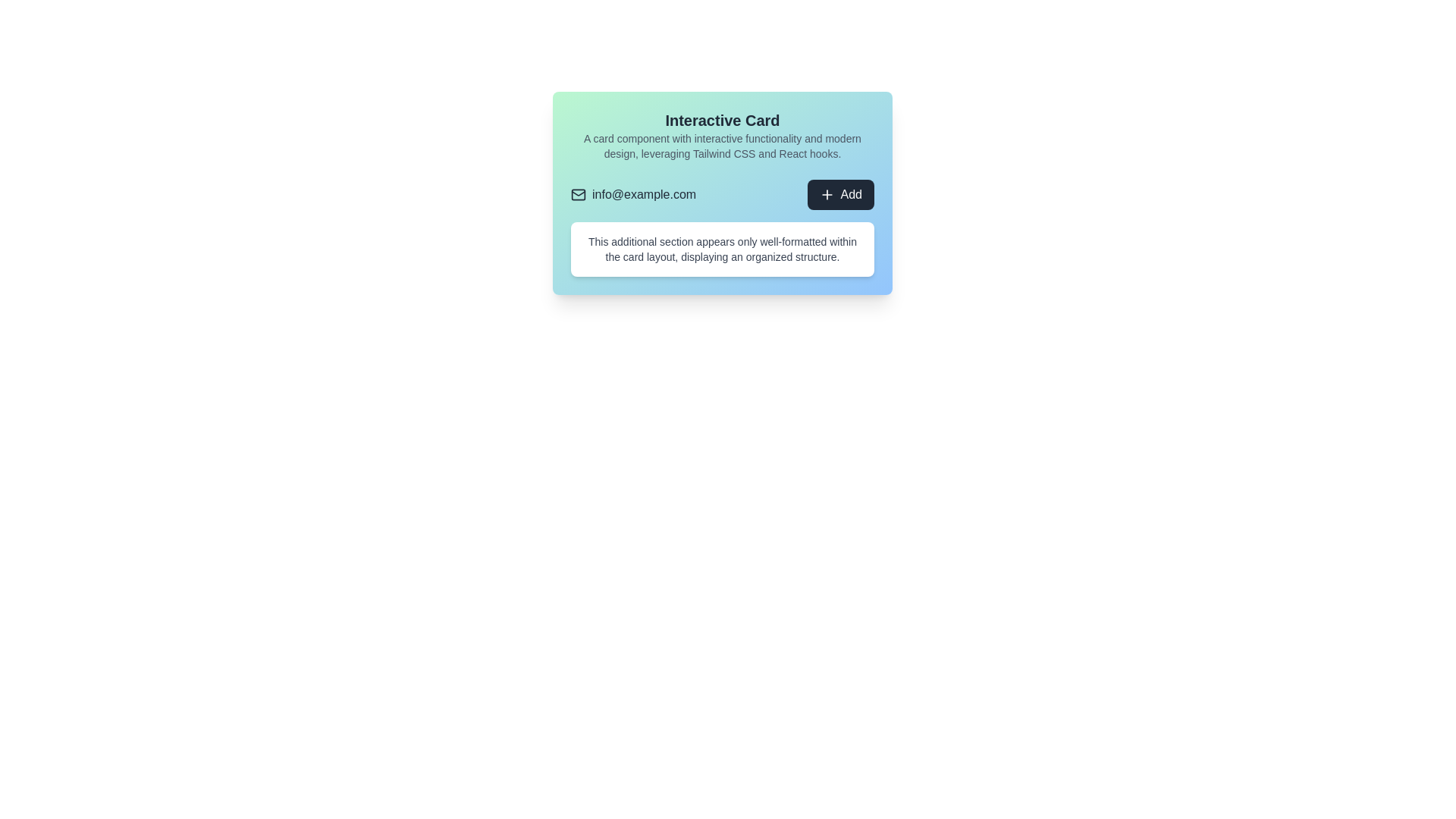 This screenshot has width=1456, height=819. I want to click on the email address text display located above the 'Add' button, which is part of a horizontal group with an envelope icon to its left, so click(644, 194).